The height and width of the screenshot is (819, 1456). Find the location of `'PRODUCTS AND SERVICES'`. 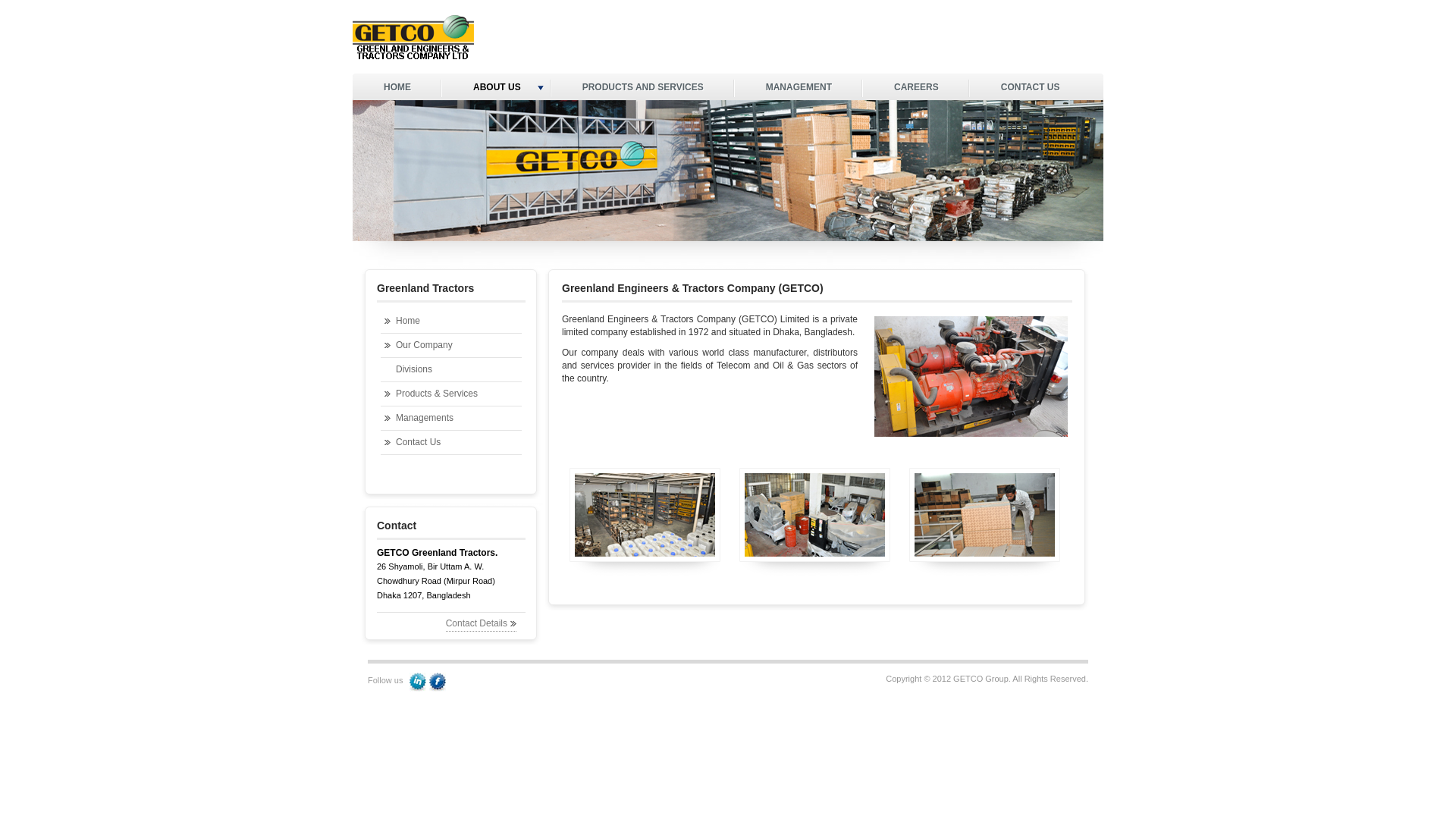

'PRODUCTS AND SERVICES' is located at coordinates (643, 88).